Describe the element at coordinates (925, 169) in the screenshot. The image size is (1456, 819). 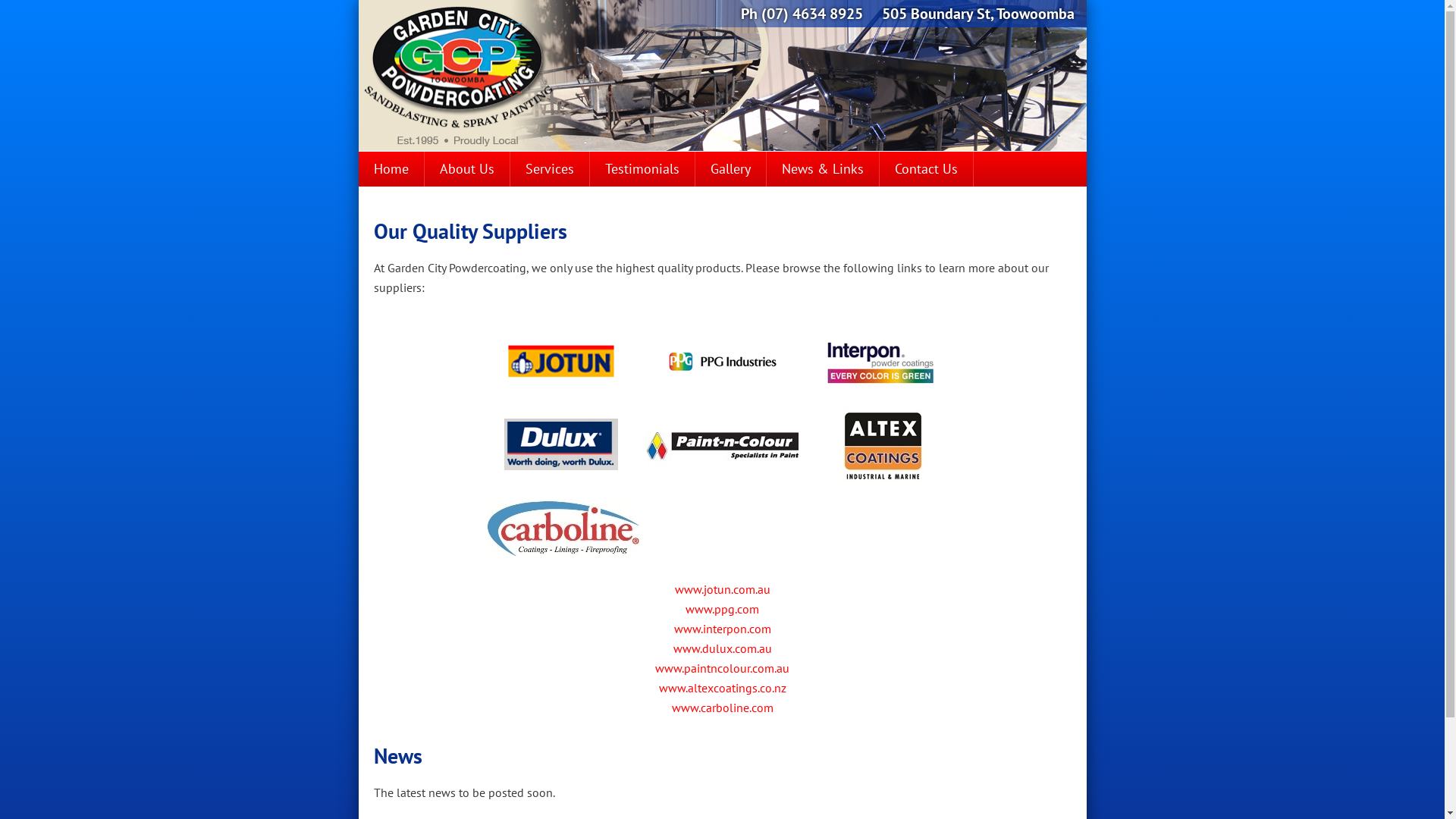
I see `'Contact Us'` at that location.